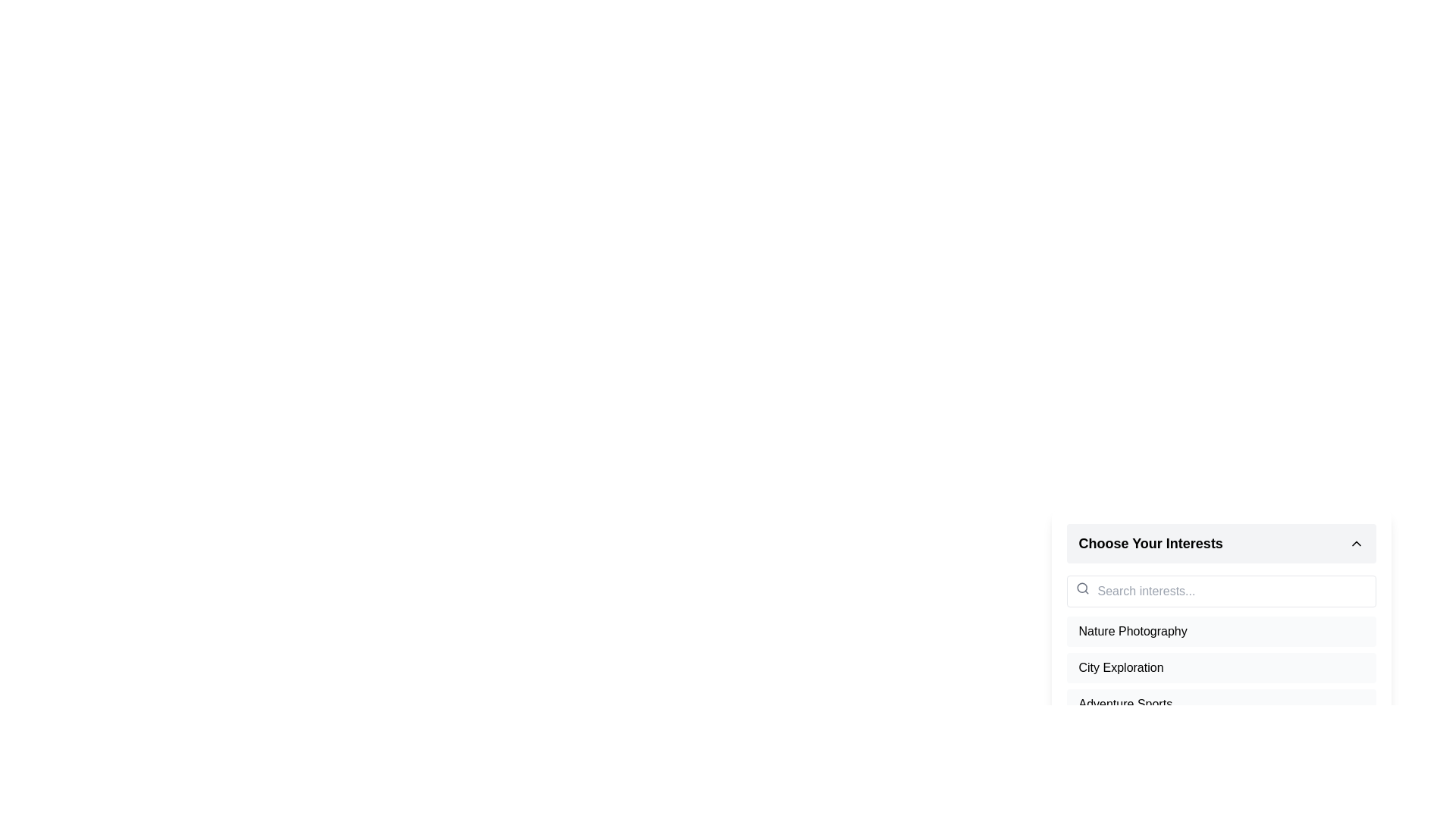 The image size is (1456, 819). What do you see at coordinates (1121, 667) in the screenshot?
I see `the selectable interest option text located between 'Nature Photography' and 'Adventure Sports' in the 'Choose Your Interests' section` at bounding box center [1121, 667].